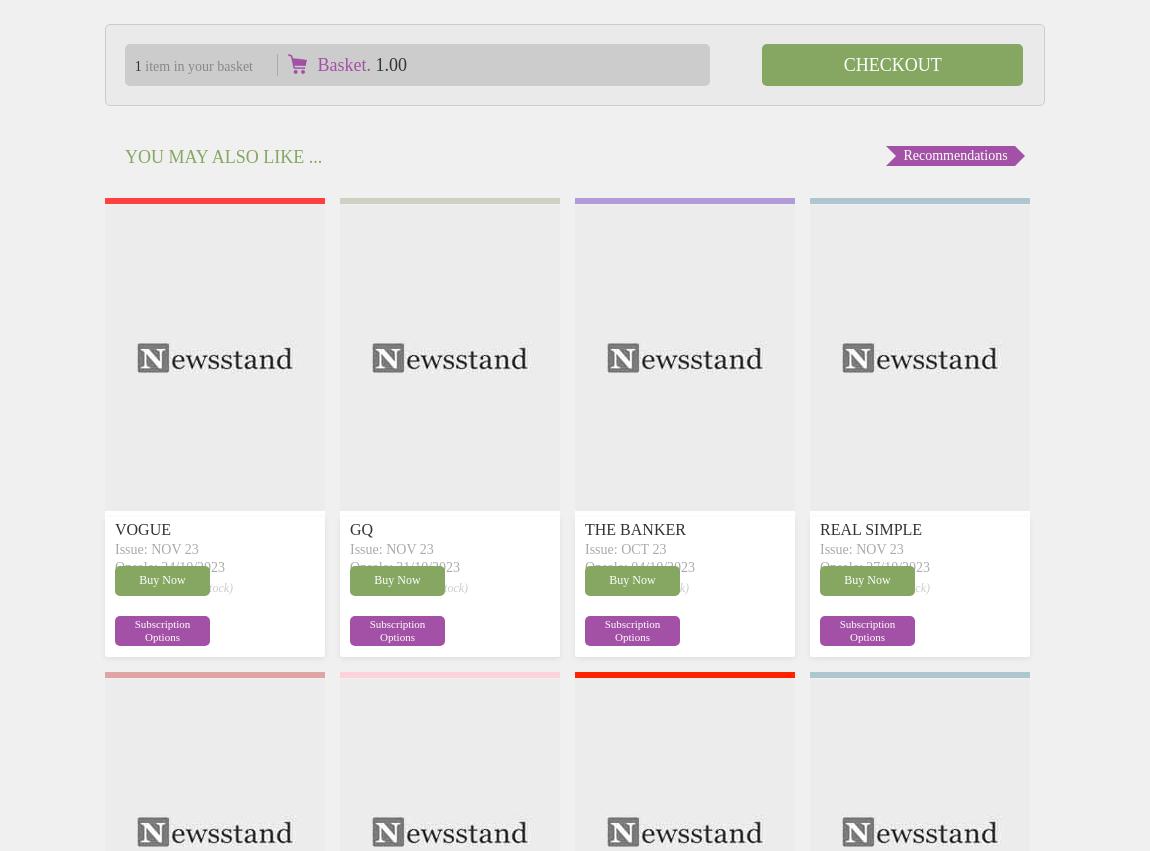 The width and height of the screenshot is (1150, 851). I want to click on 'Checkout', so click(892, 65).